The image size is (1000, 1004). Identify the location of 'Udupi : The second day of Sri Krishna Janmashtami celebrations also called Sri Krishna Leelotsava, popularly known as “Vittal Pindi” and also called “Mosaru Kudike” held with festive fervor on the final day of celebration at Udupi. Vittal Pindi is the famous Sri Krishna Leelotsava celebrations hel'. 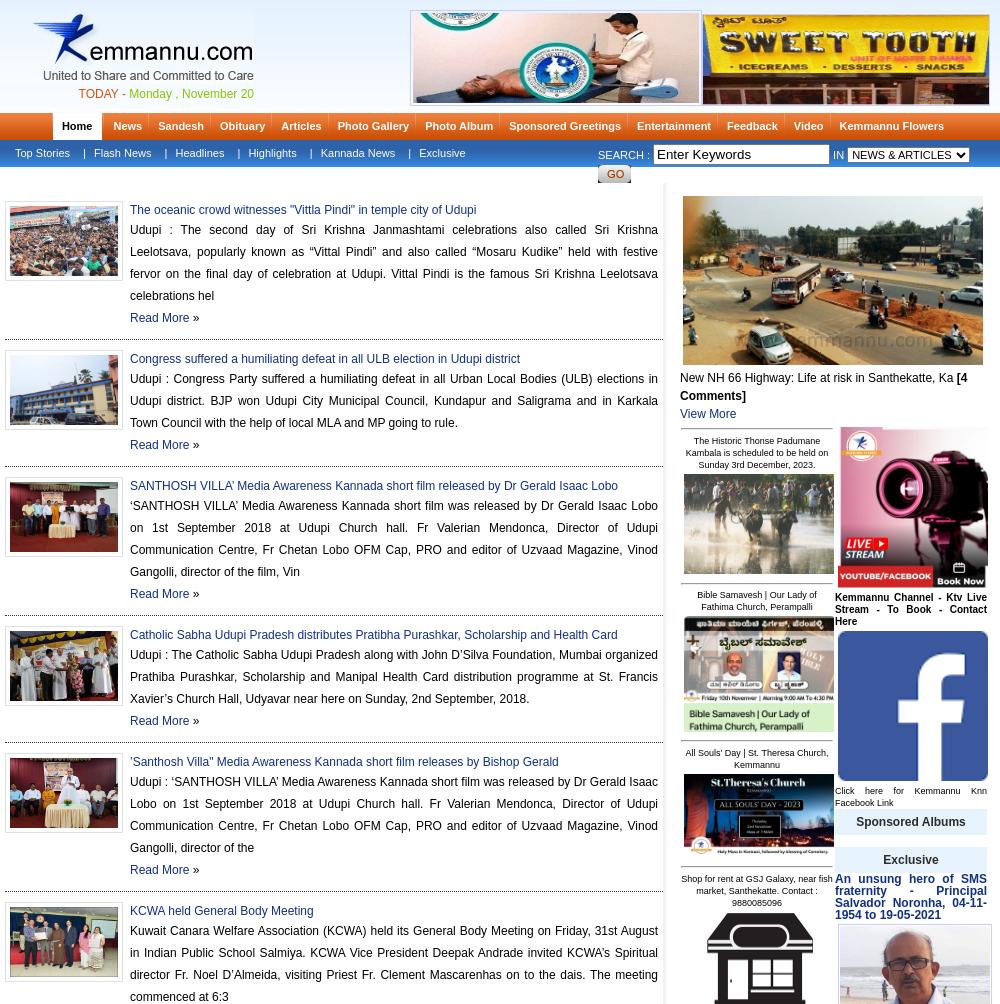
(394, 263).